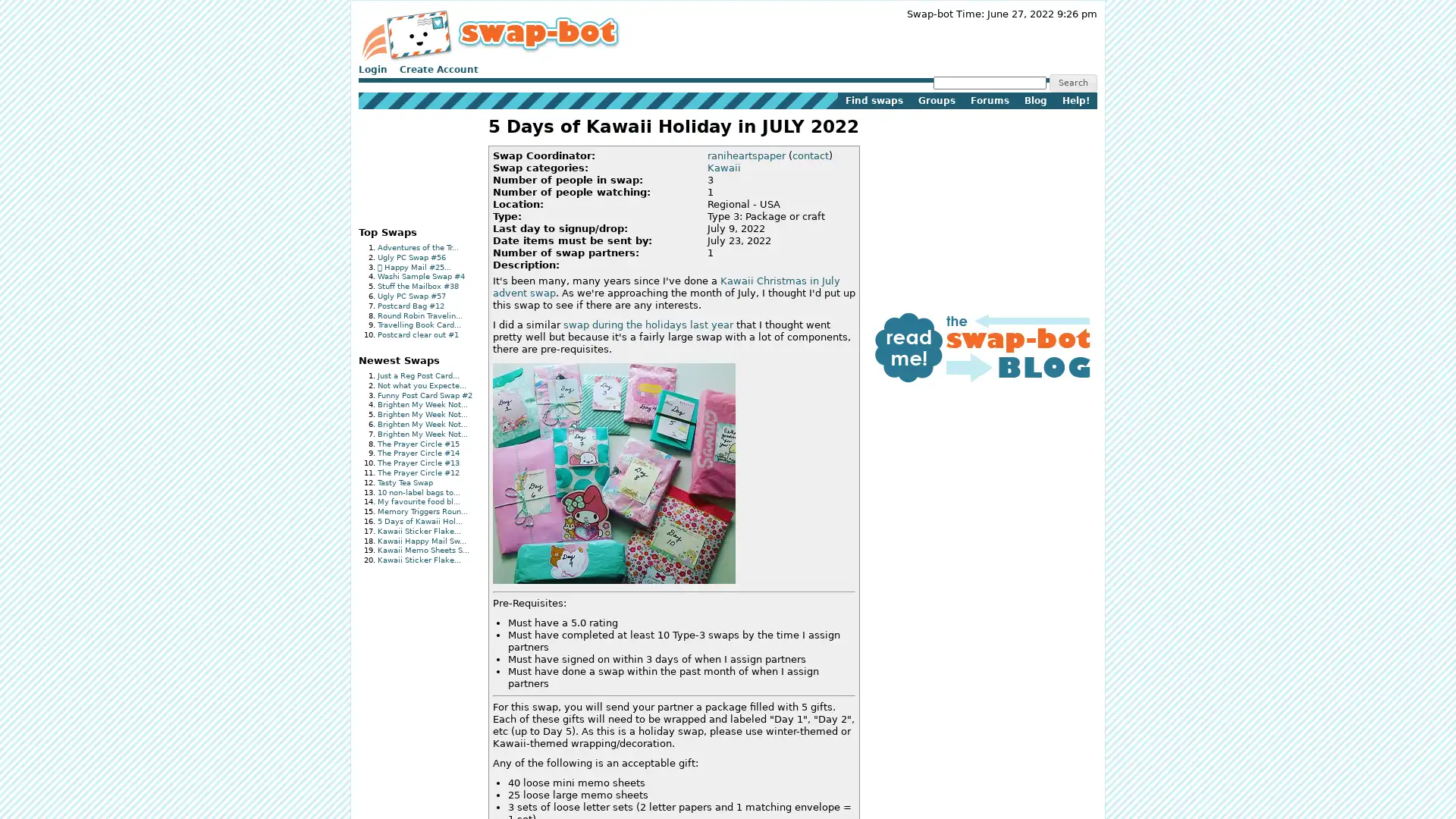 The image size is (1456, 819). I want to click on Search, so click(1072, 83).